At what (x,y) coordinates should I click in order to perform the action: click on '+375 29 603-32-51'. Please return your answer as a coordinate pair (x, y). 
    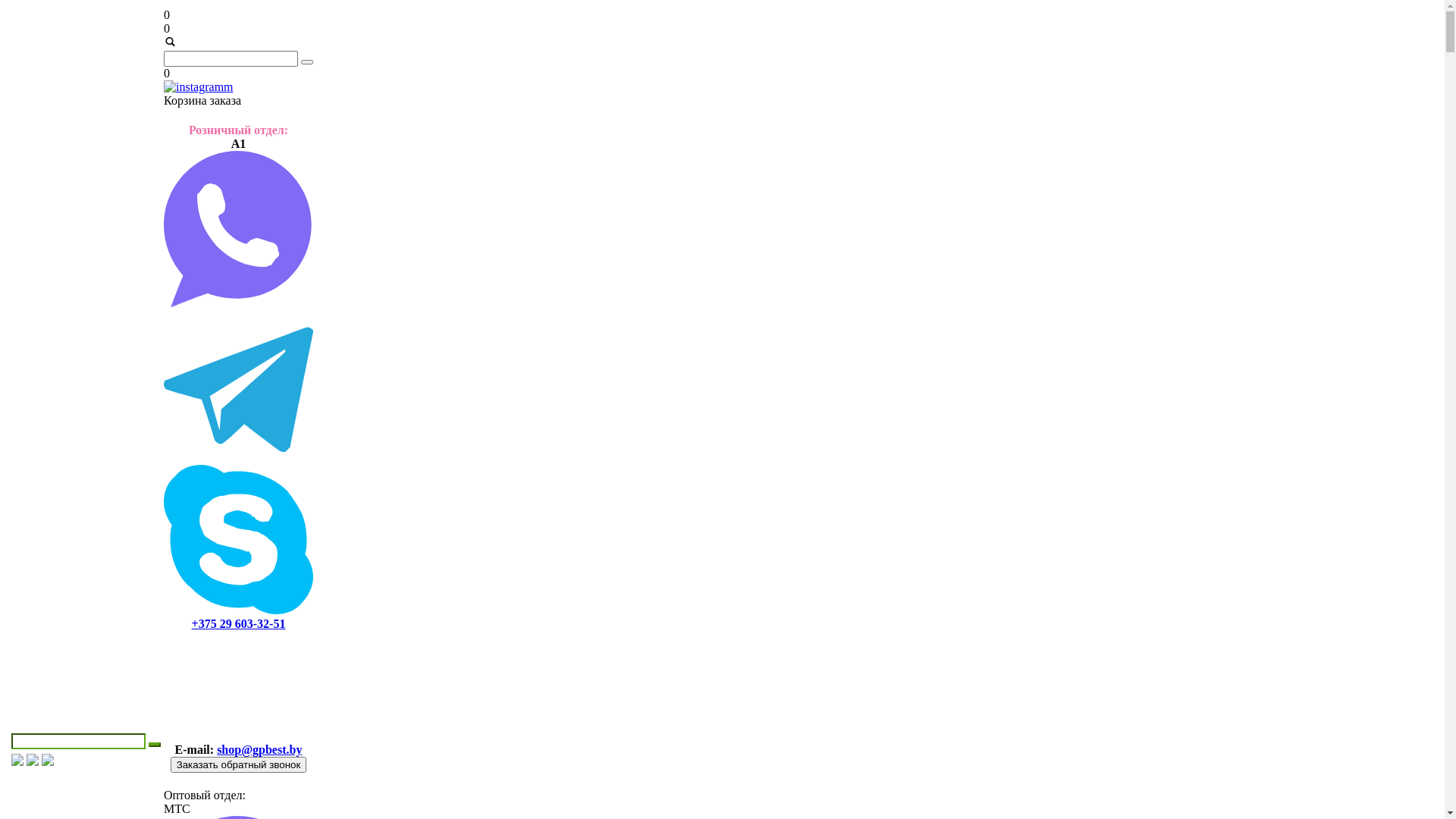
    Looking at the image, I should click on (238, 623).